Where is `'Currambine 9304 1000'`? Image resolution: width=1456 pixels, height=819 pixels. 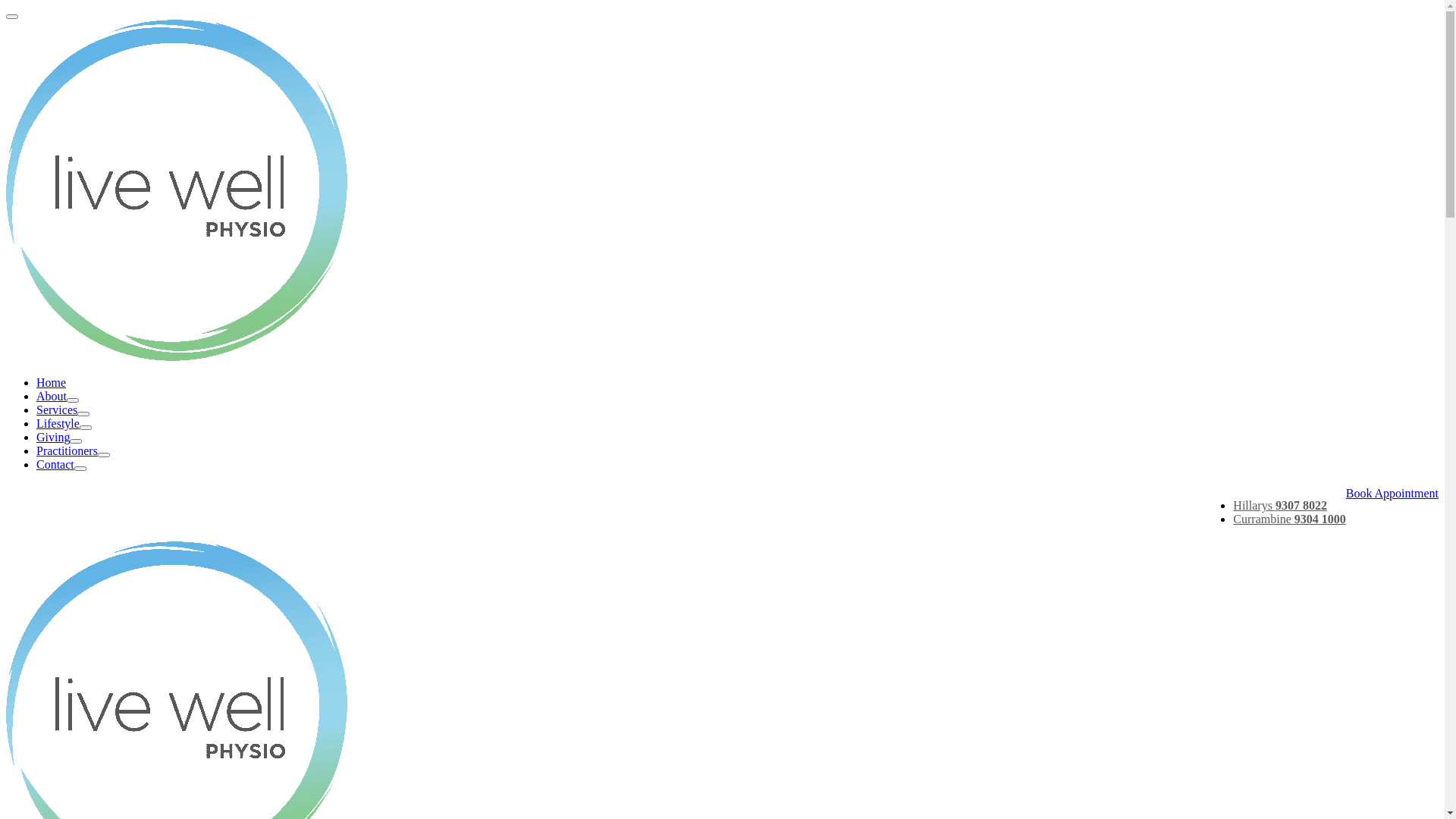 'Currambine 9304 1000' is located at coordinates (1233, 518).